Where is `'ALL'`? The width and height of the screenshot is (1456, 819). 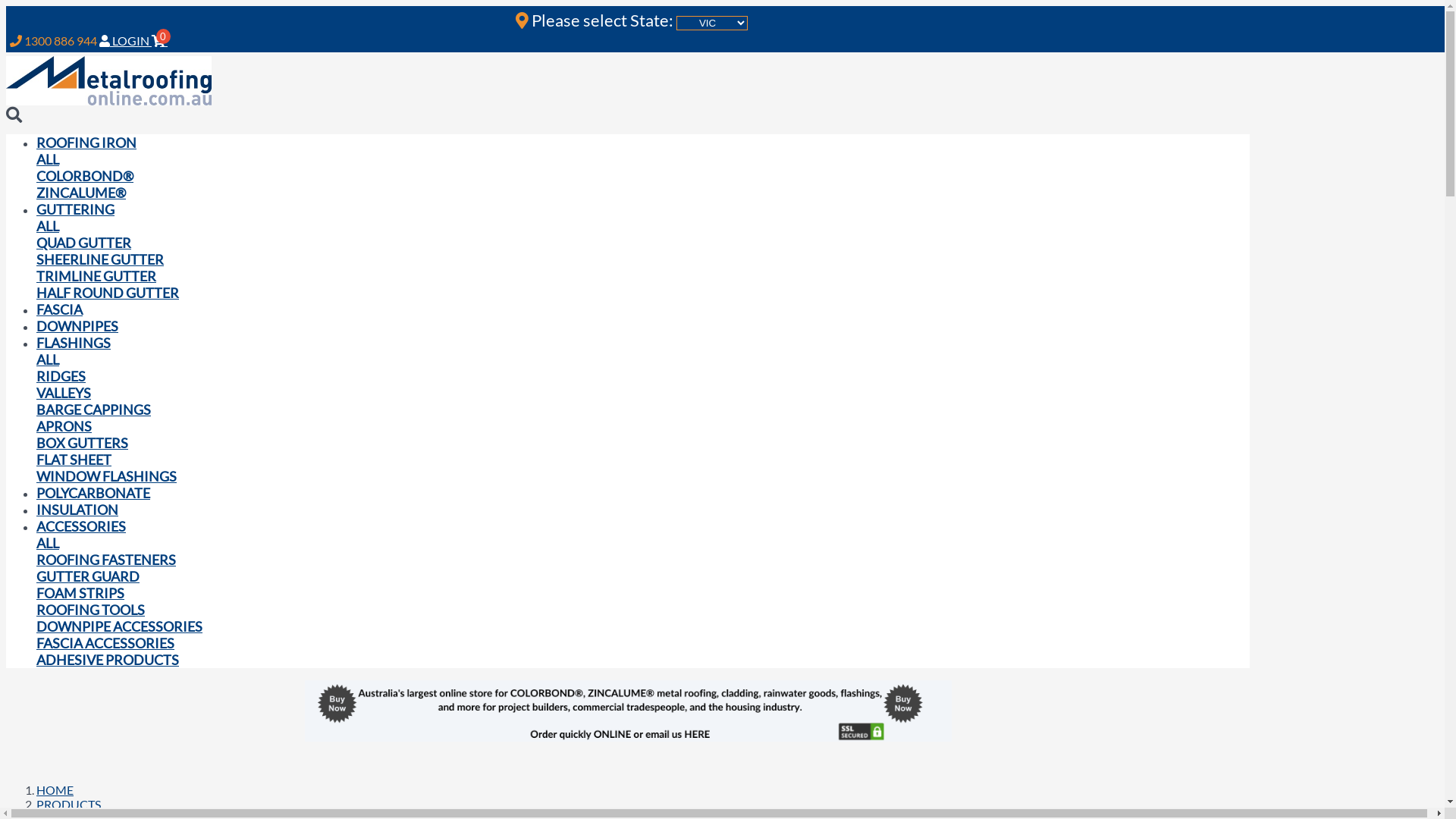 'ALL' is located at coordinates (36, 158).